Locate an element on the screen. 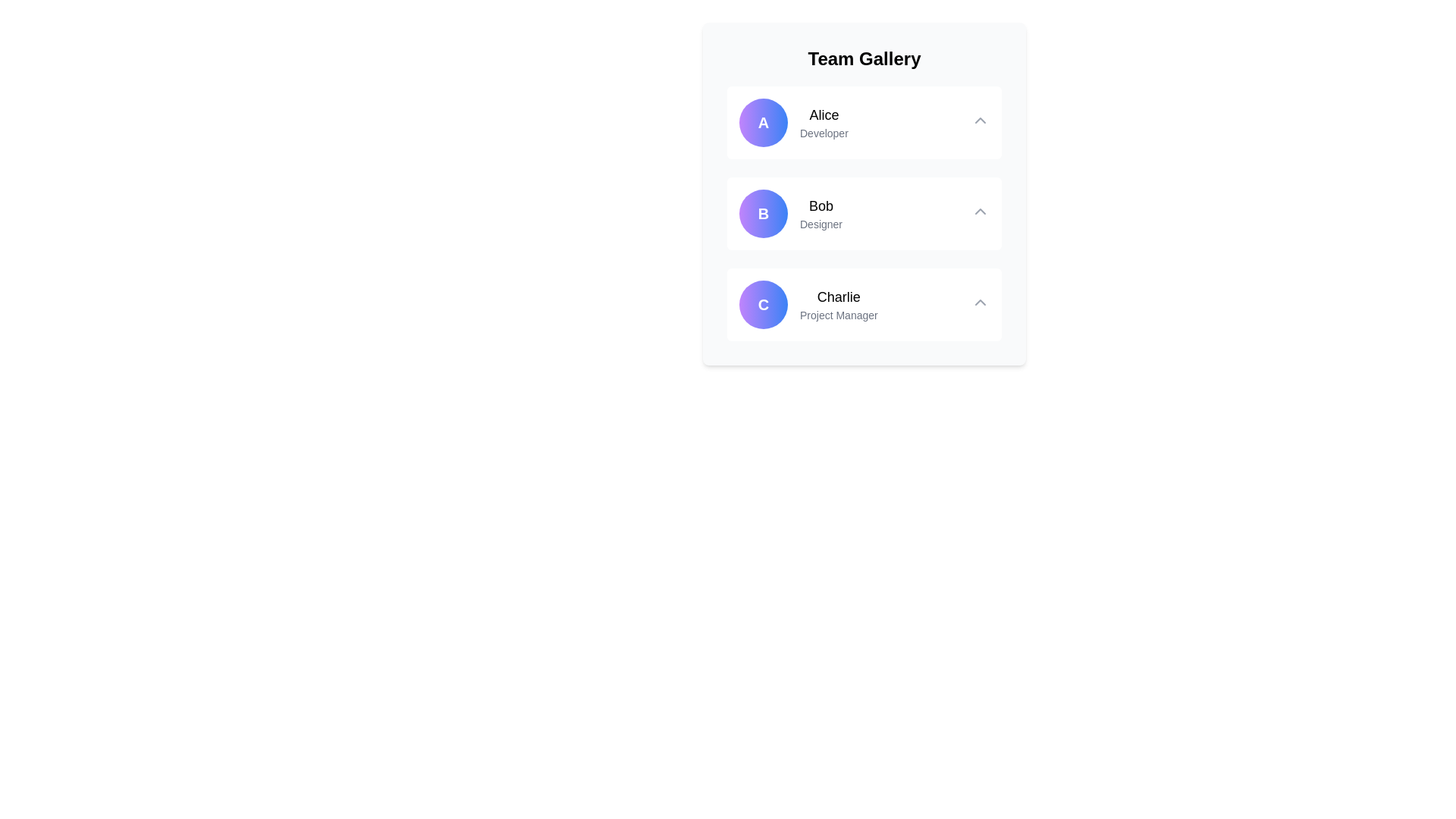 The image size is (1456, 819). the upward-pointing chevron icon button located to the far right of the section labeled 'Bob Designer' is located at coordinates (980, 213).